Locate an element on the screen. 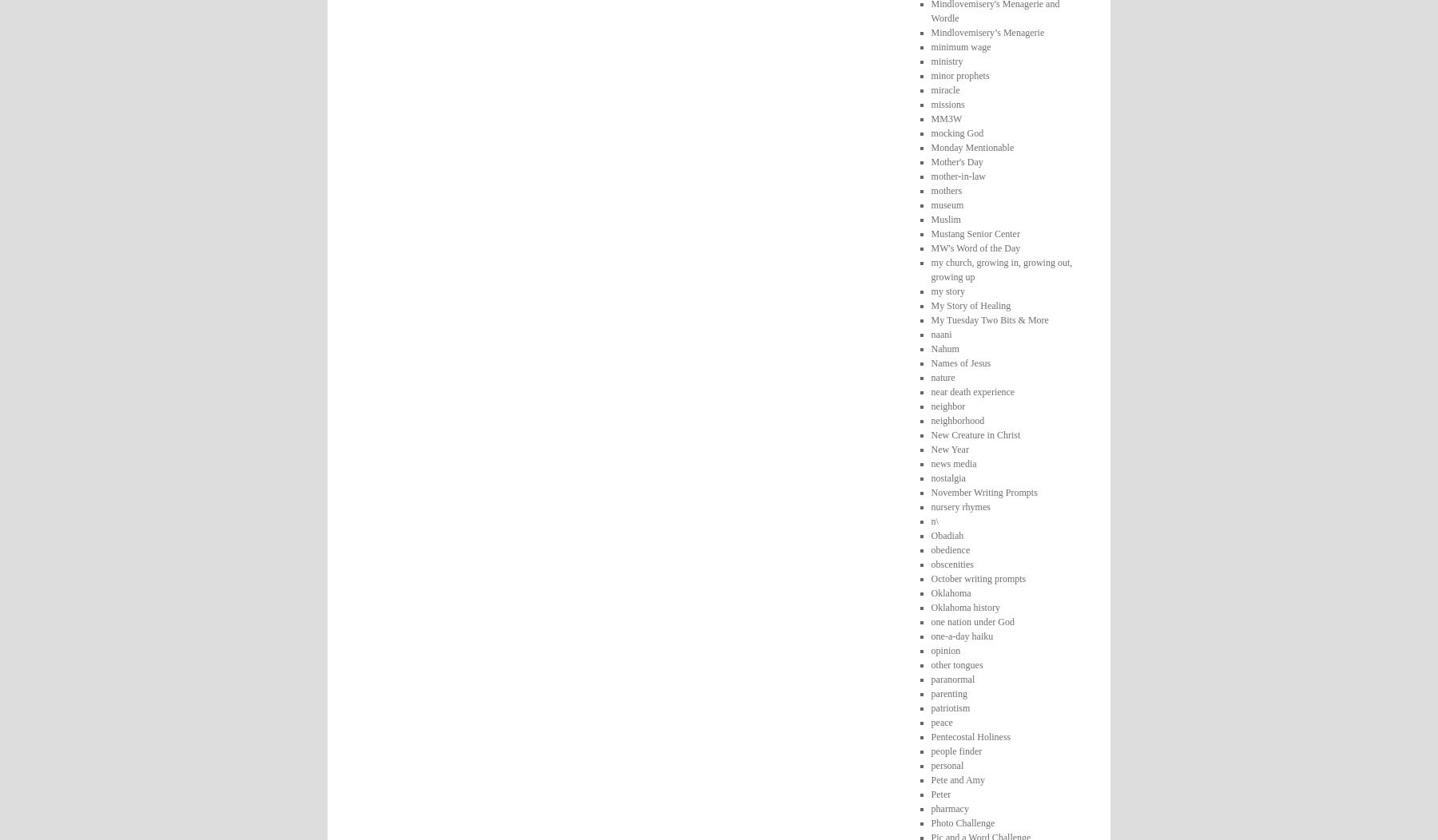 The image size is (1438, 840). 'minimum wage' is located at coordinates (959, 45).